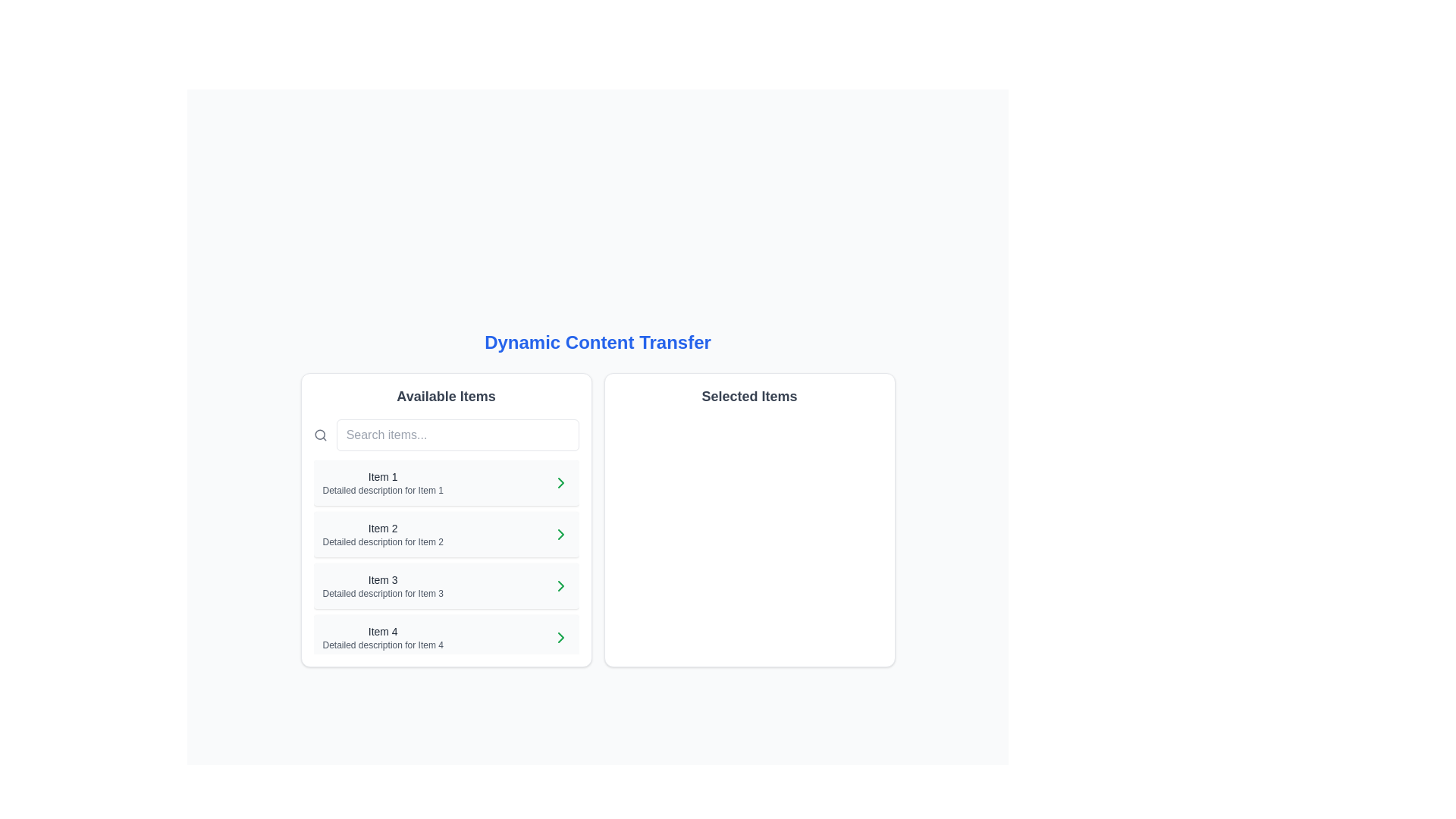 Image resolution: width=1456 pixels, height=819 pixels. What do you see at coordinates (383, 645) in the screenshot?
I see `the text label providing additional information for 'Item 4' located under the 'Available Items' section` at bounding box center [383, 645].